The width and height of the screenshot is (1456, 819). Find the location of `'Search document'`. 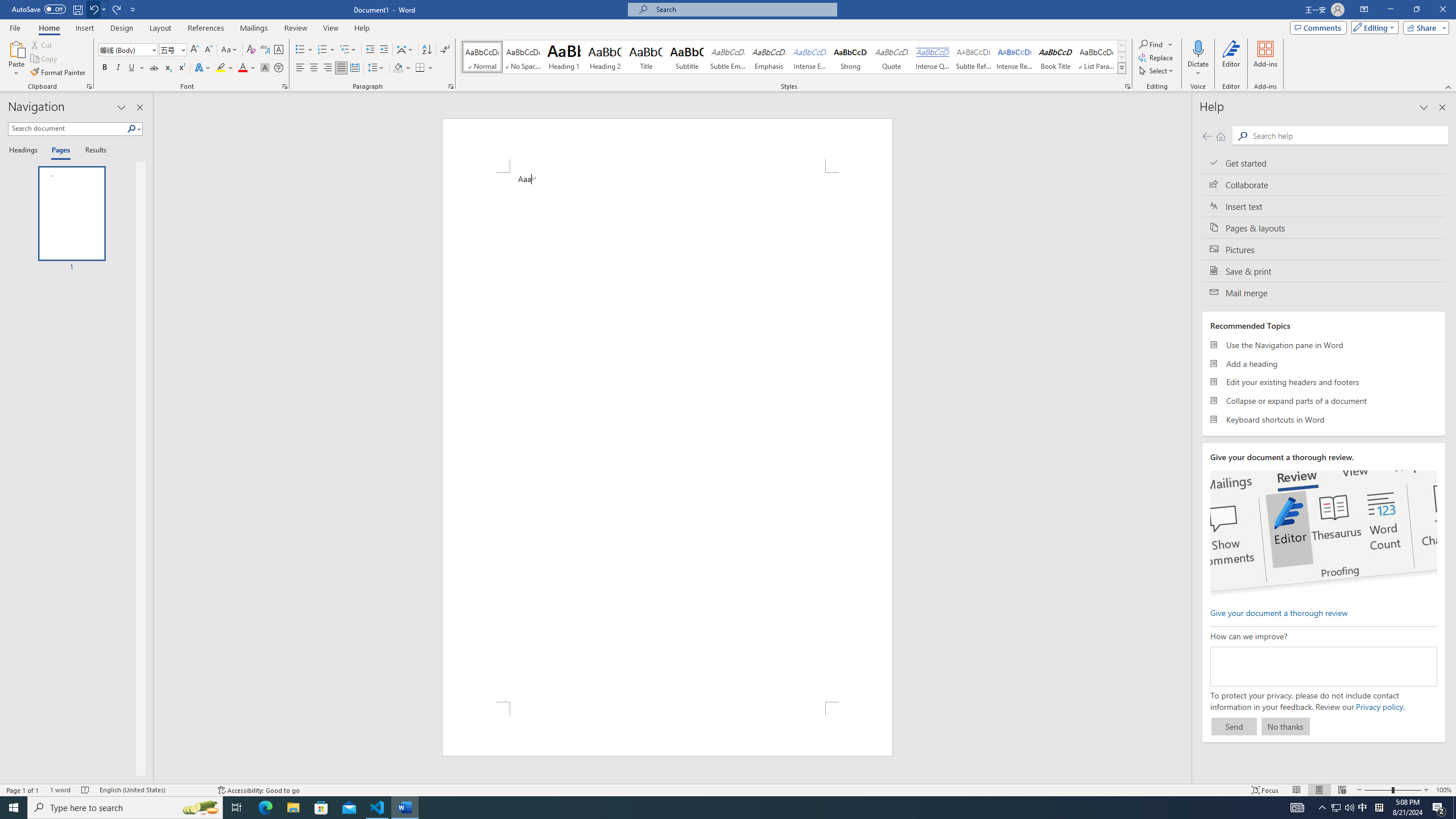

'Search document' is located at coordinates (67, 128).